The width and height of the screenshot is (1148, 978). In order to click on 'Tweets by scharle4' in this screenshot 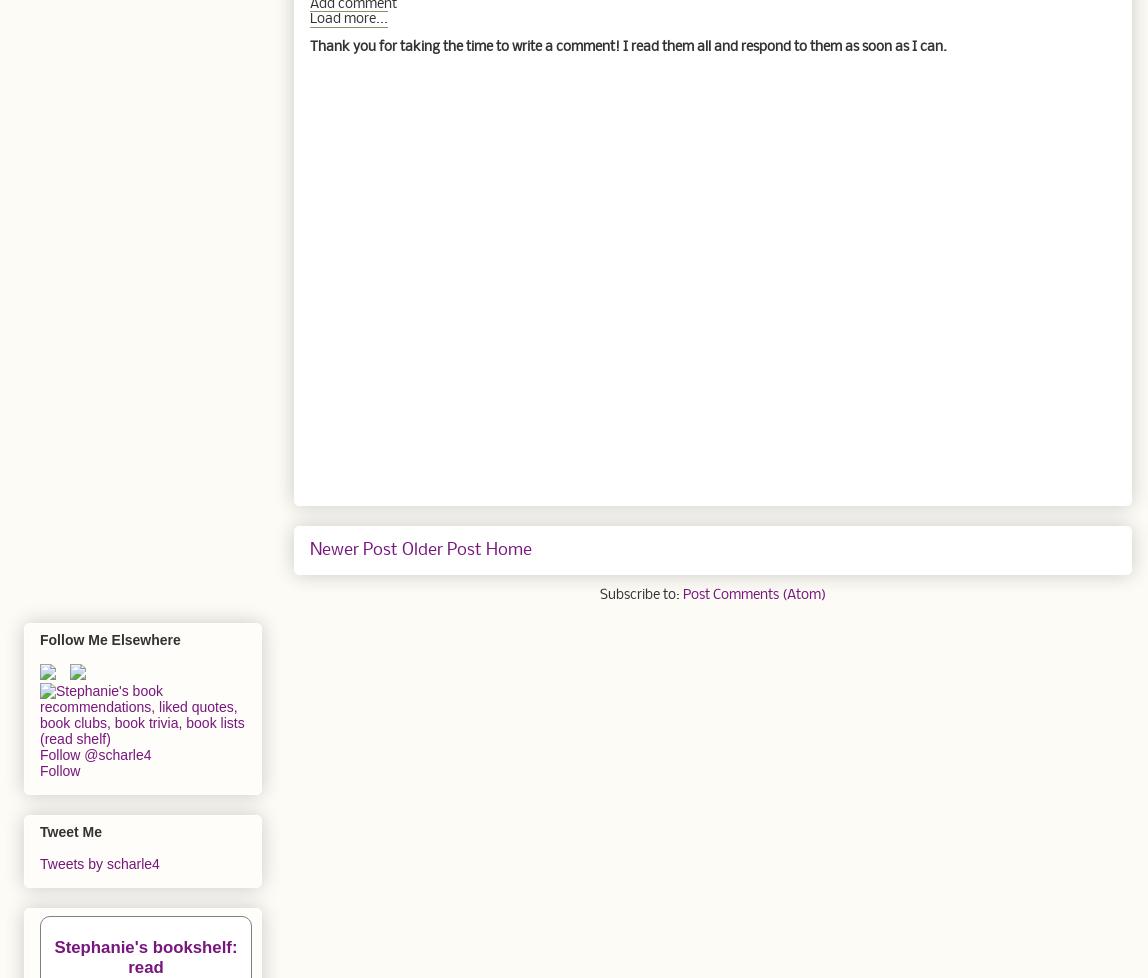, I will do `click(99, 862)`.